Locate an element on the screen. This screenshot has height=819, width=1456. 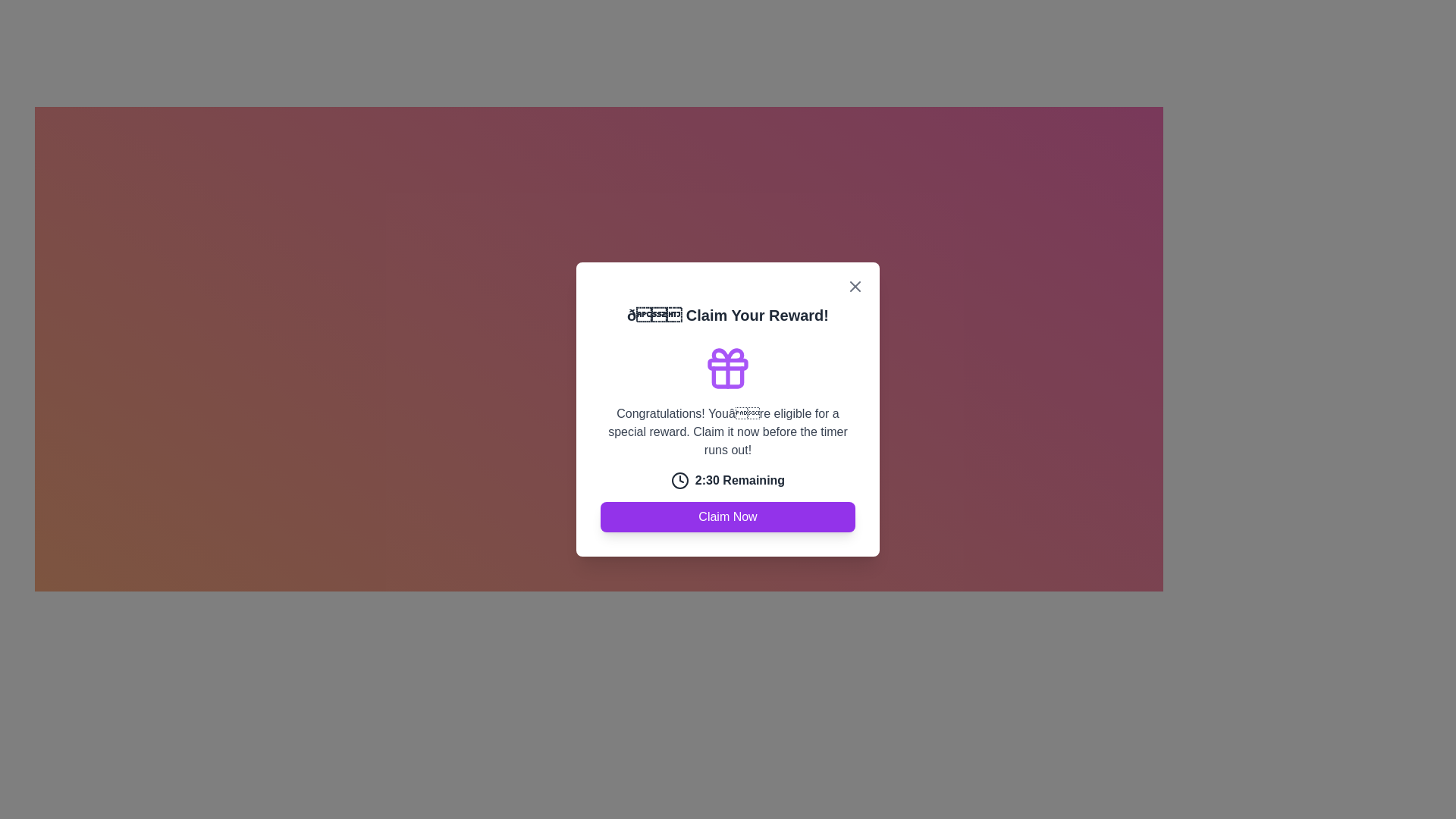
text label displaying '🎉 Claim Your Reward!' which is prominently centered at the top of the modal interface is located at coordinates (728, 315).